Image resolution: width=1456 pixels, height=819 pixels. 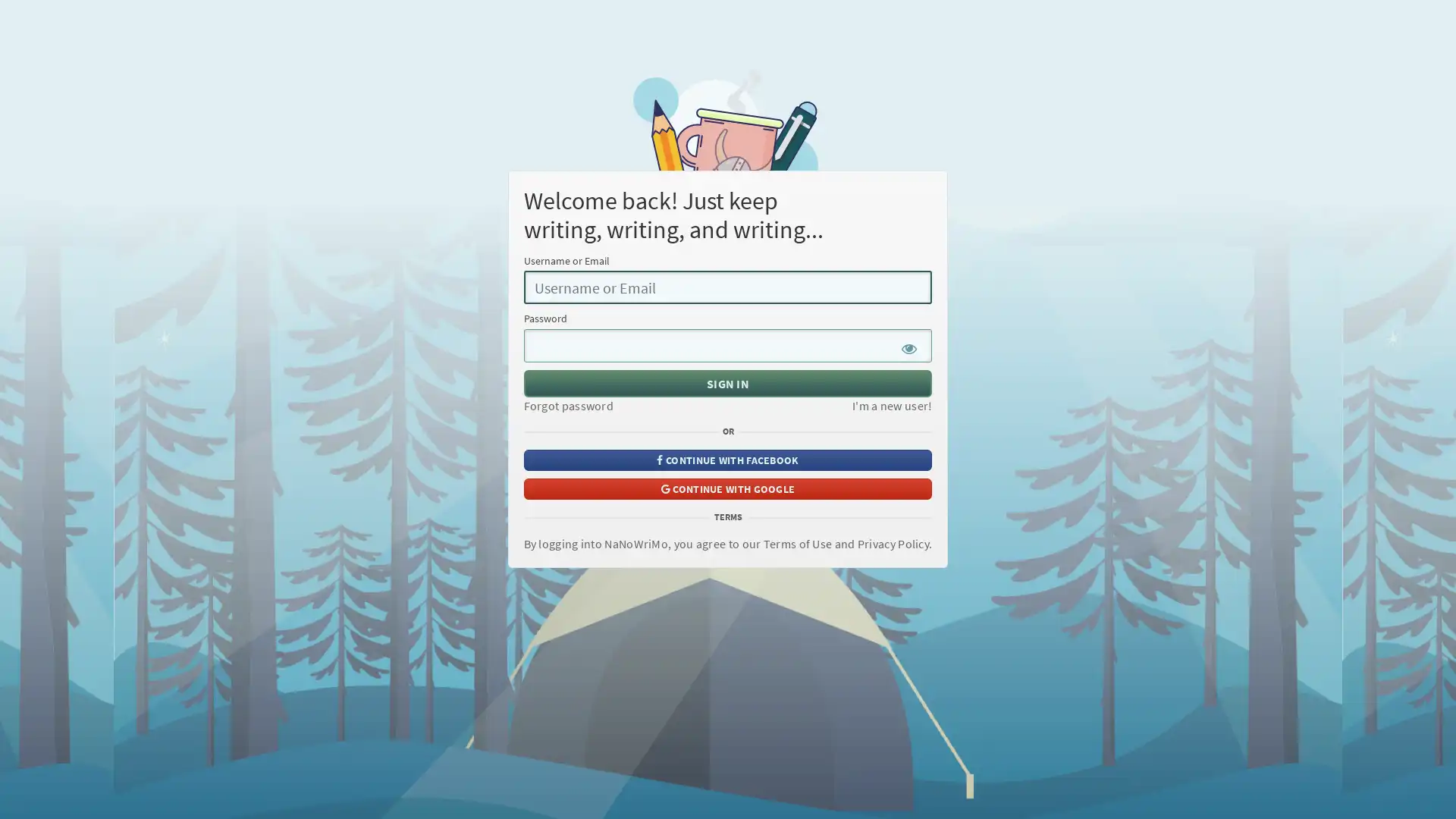 What do you see at coordinates (726, 488) in the screenshot?
I see `CONTINUE WITH GOOGLE` at bounding box center [726, 488].